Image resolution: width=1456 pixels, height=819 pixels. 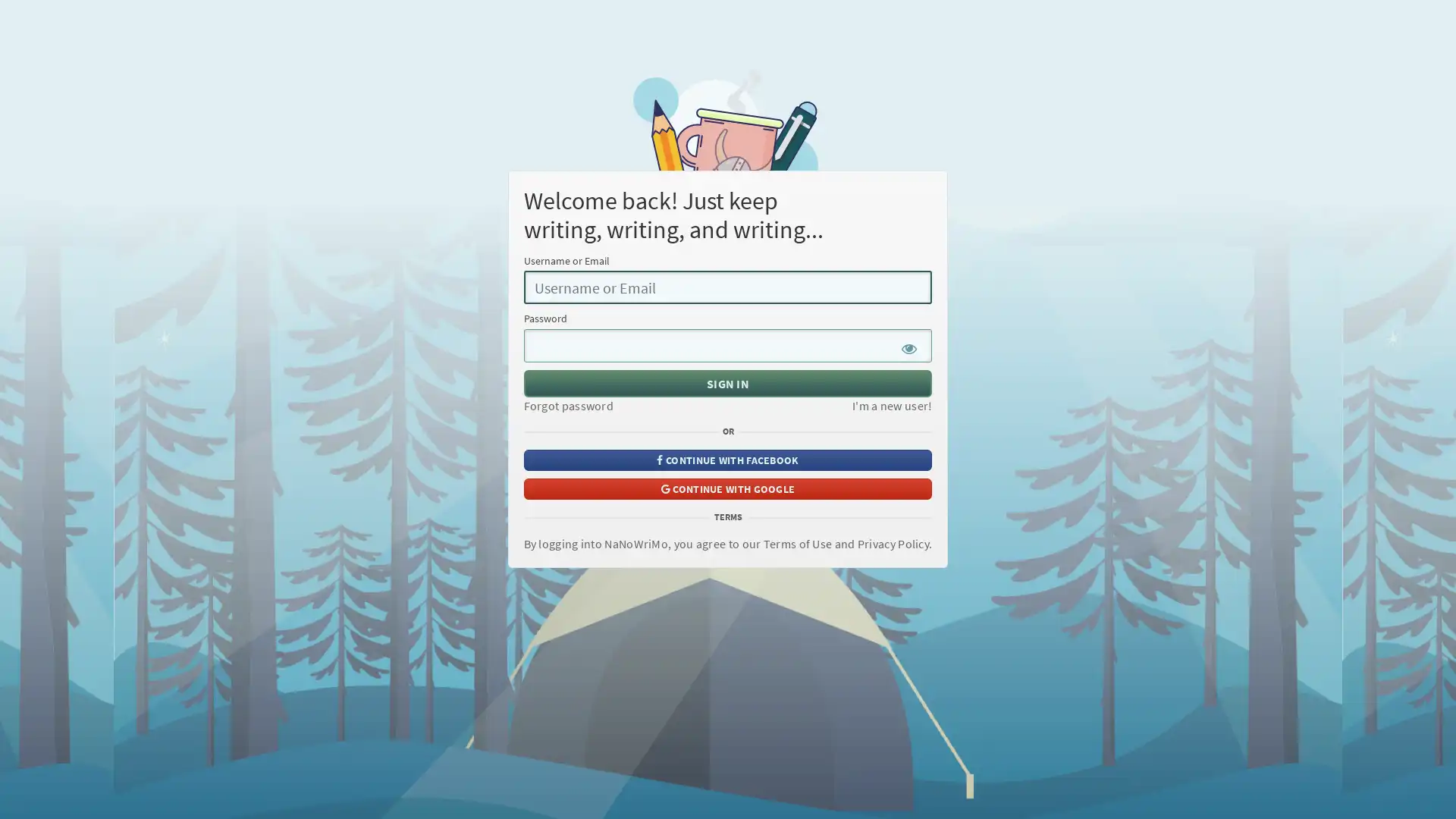 What do you see at coordinates (726, 488) in the screenshot?
I see `CONTINUE WITH GOOGLE` at bounding box center [726, 488].